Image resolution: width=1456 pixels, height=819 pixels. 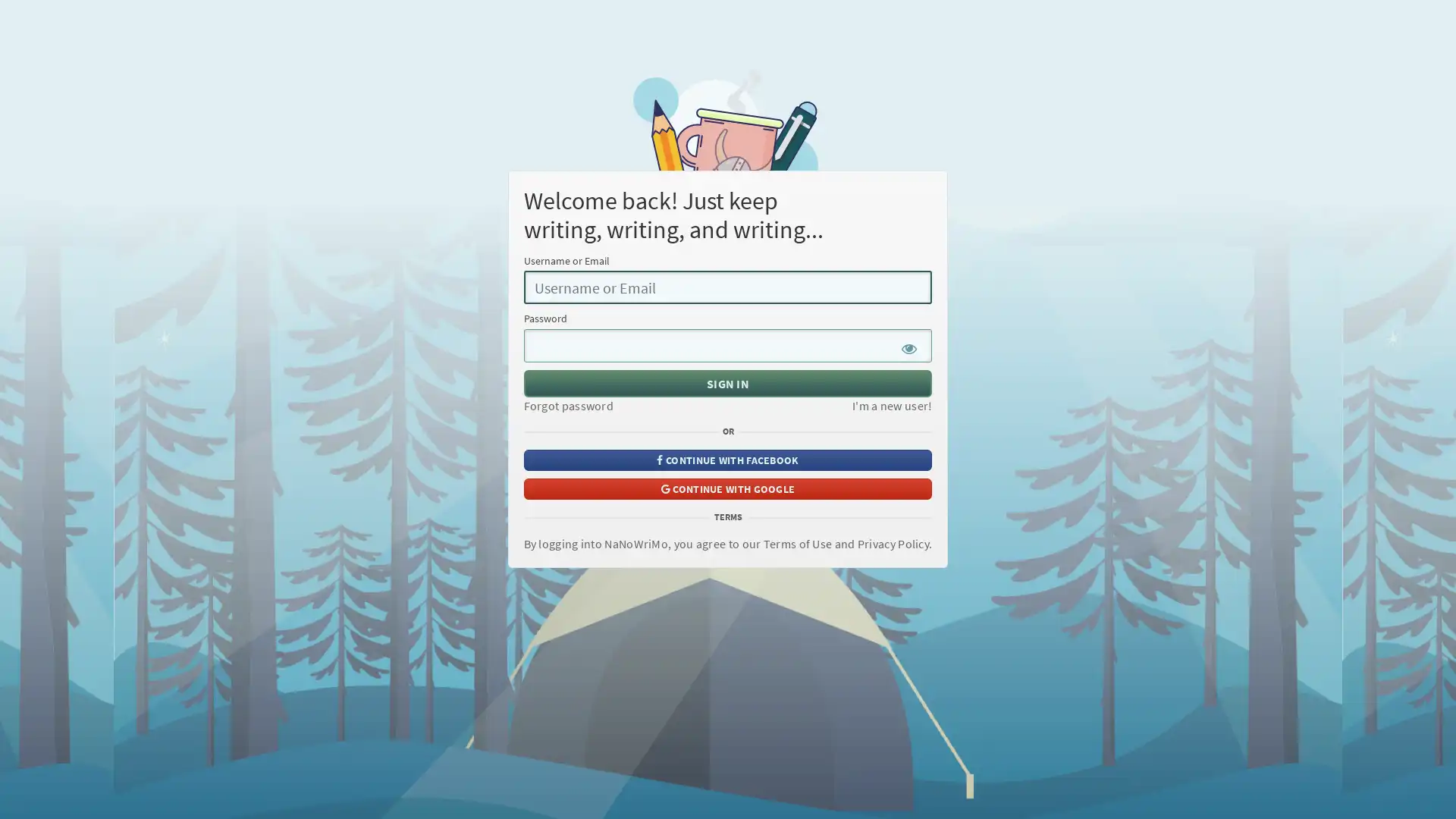 What do you see at coordinates (726, 488) in the screenshot?
I see `CONTINUE WITH GOOGLE` at bounding box center [726, 488].